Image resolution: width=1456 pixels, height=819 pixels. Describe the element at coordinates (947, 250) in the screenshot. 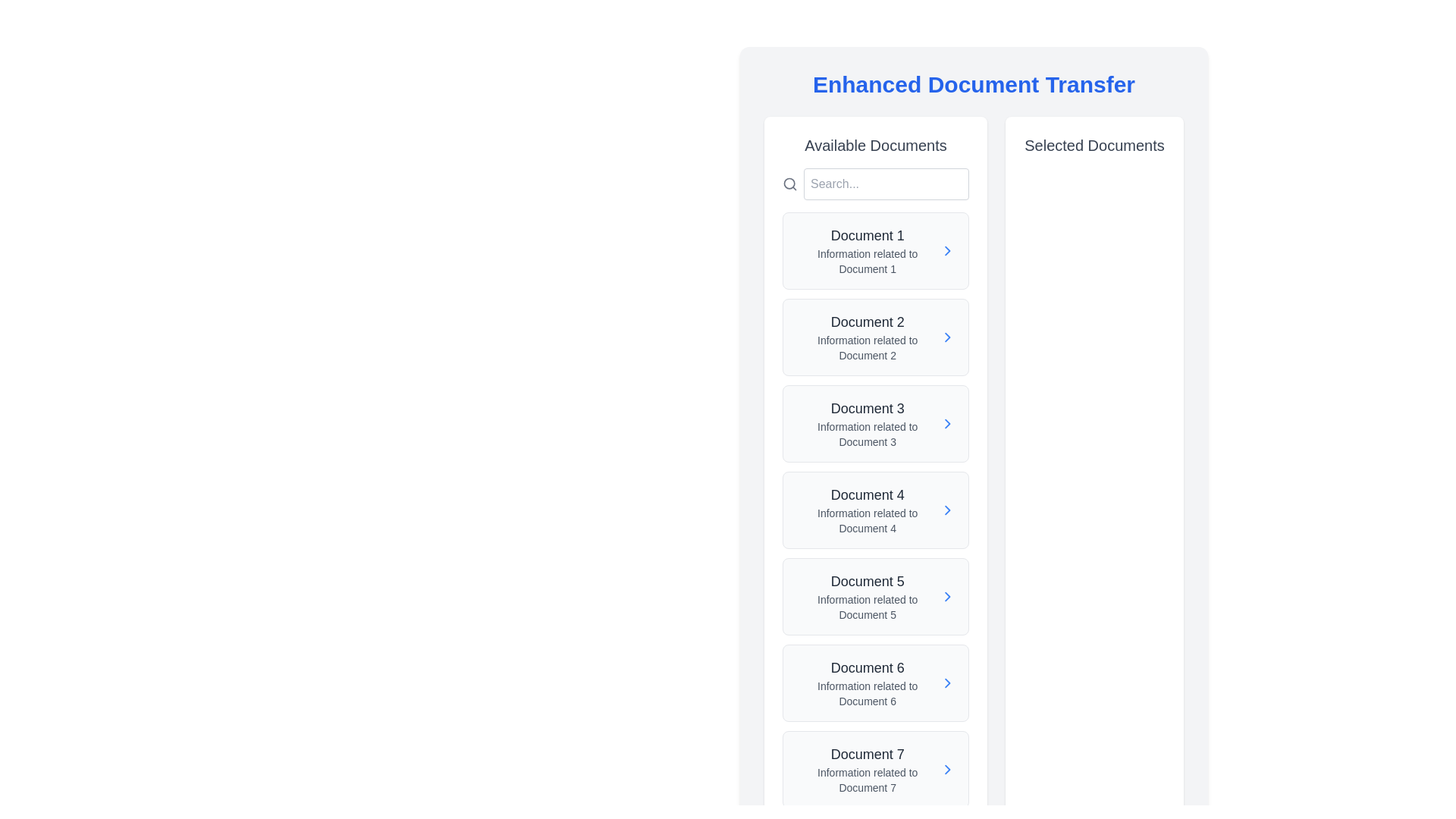

I see `the navigational icon for 'Document 1' to observe the color change` at that location.